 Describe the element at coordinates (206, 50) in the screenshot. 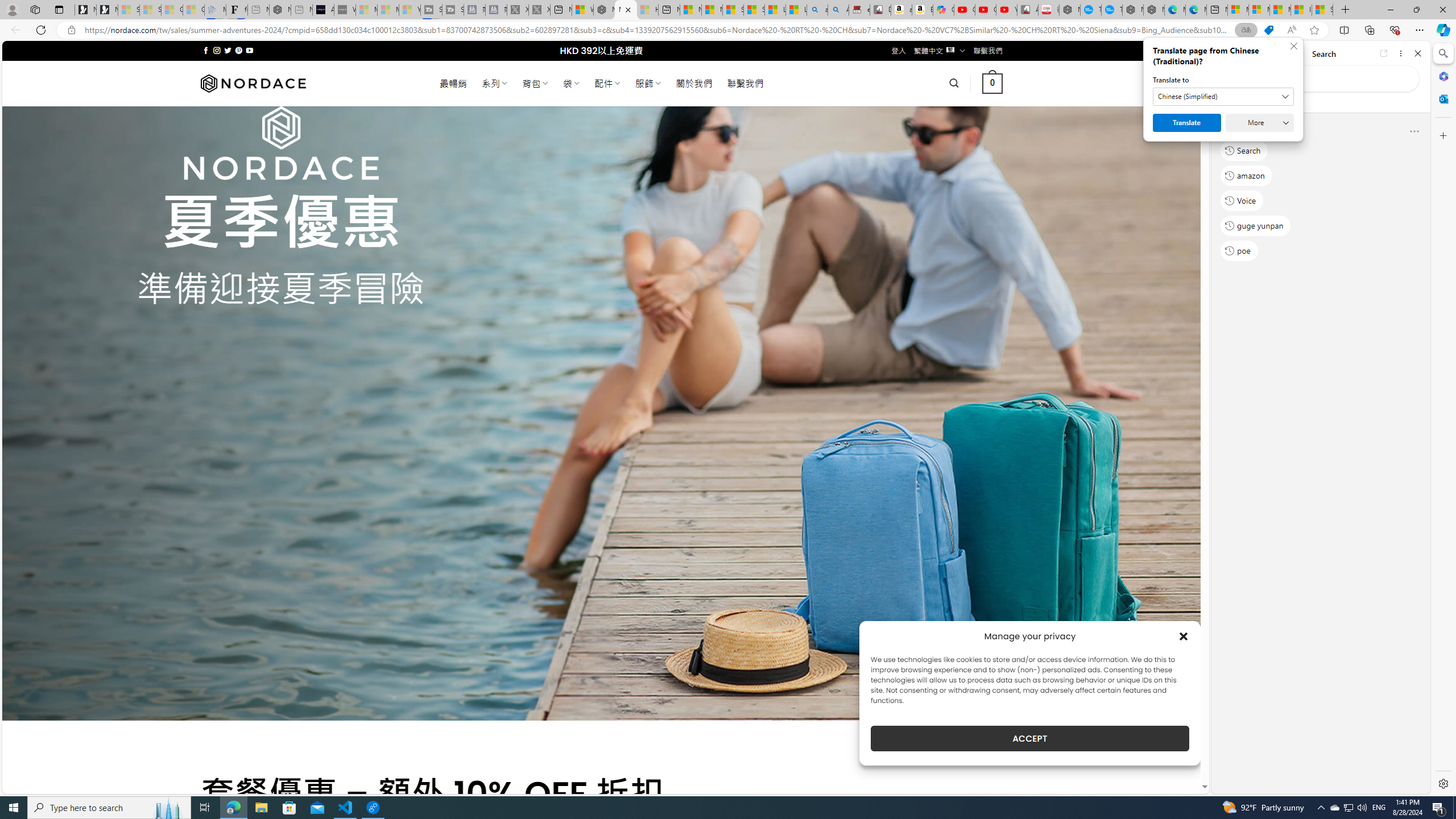

I see `'Follow on Facebook'` at that location.